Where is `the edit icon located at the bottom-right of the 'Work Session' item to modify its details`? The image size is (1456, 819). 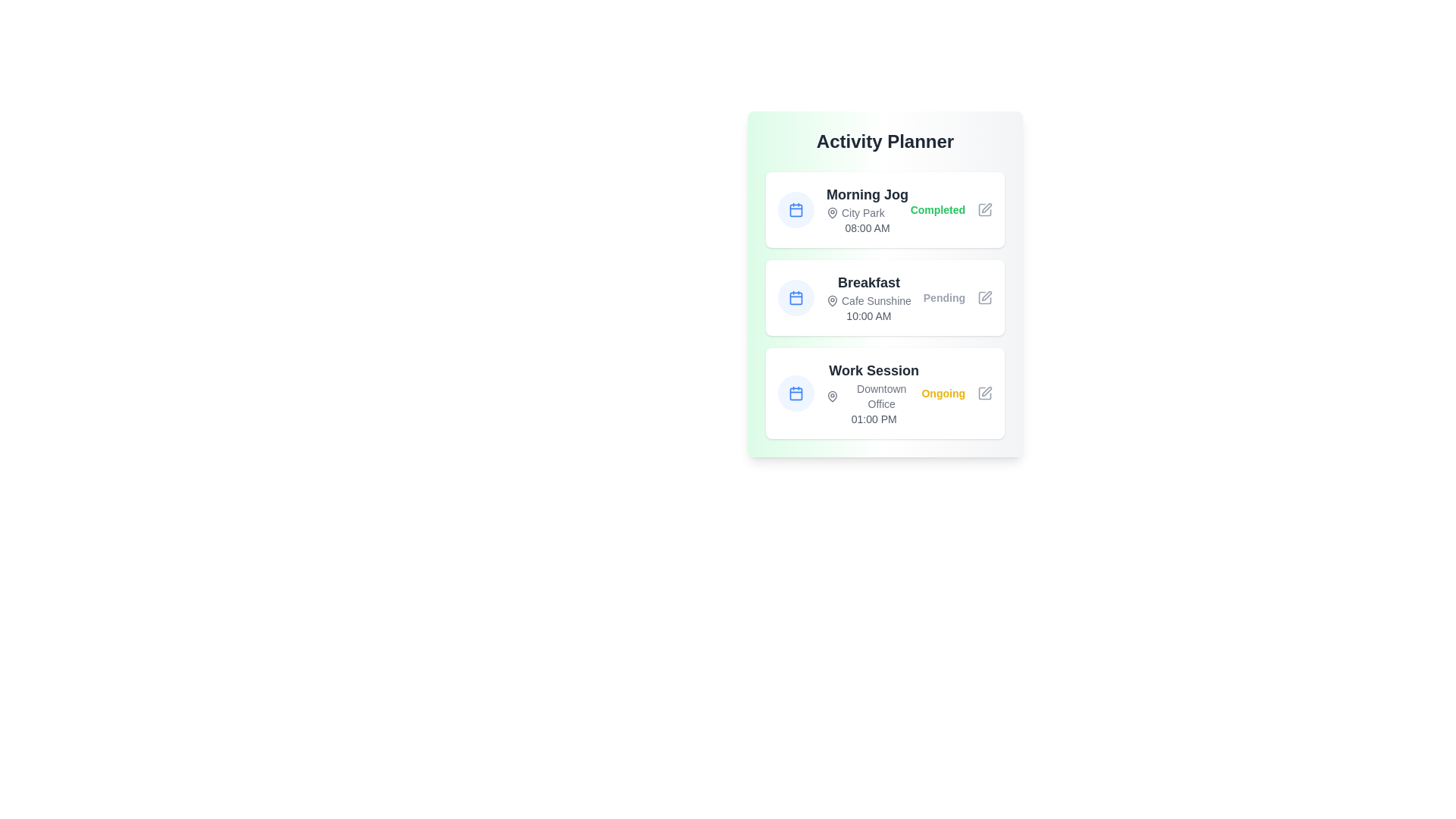 the edit icon located at the bottom-right of the 'Work Session' item to modify its details is located at coordinates (987, 391).